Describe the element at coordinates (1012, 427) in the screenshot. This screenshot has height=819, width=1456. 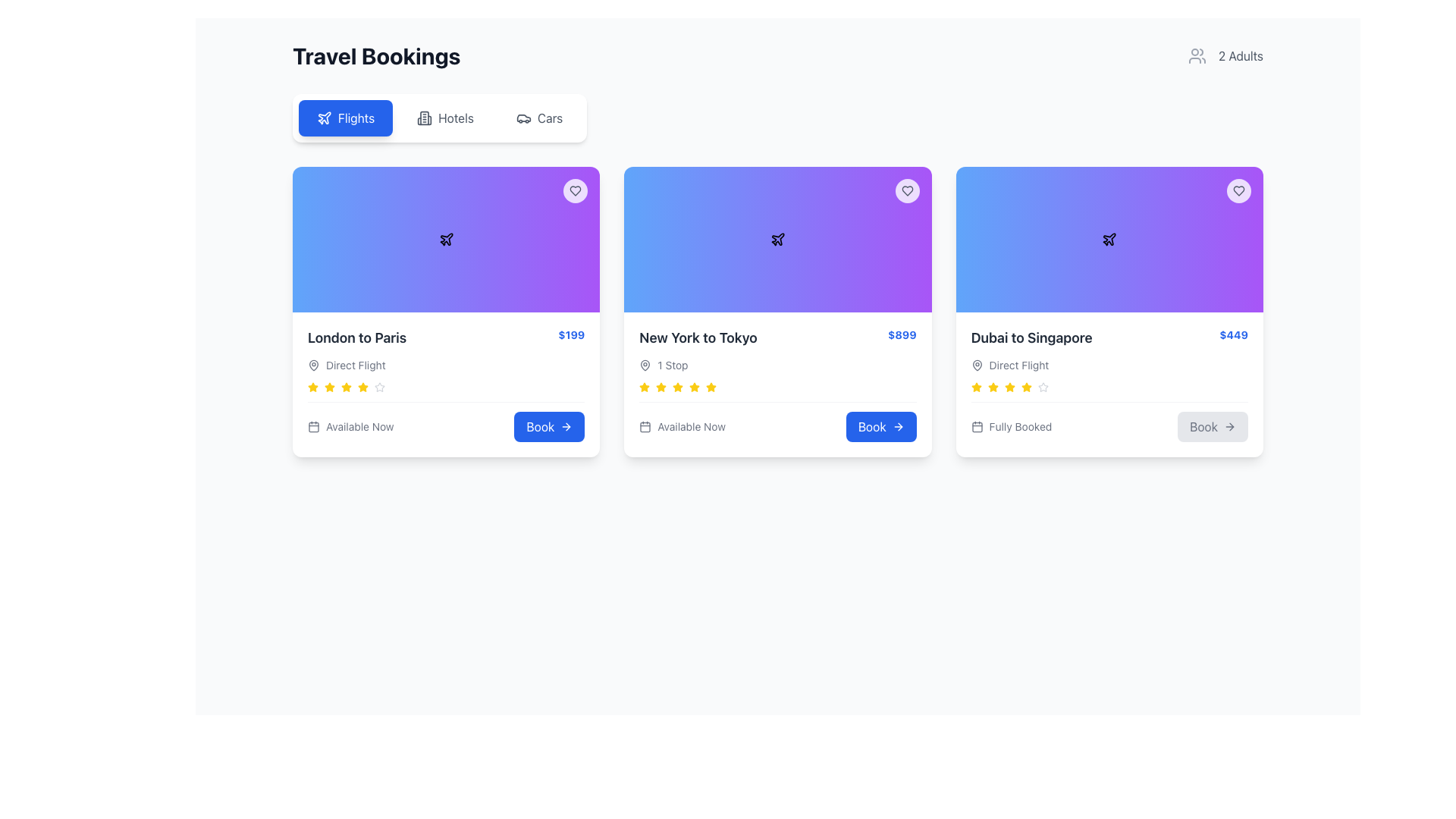
I see `status information from the label indicating that the trip option is not bookable due to all slots being filled, positioned above the 'Book' button in the travel booking interface` at that location.